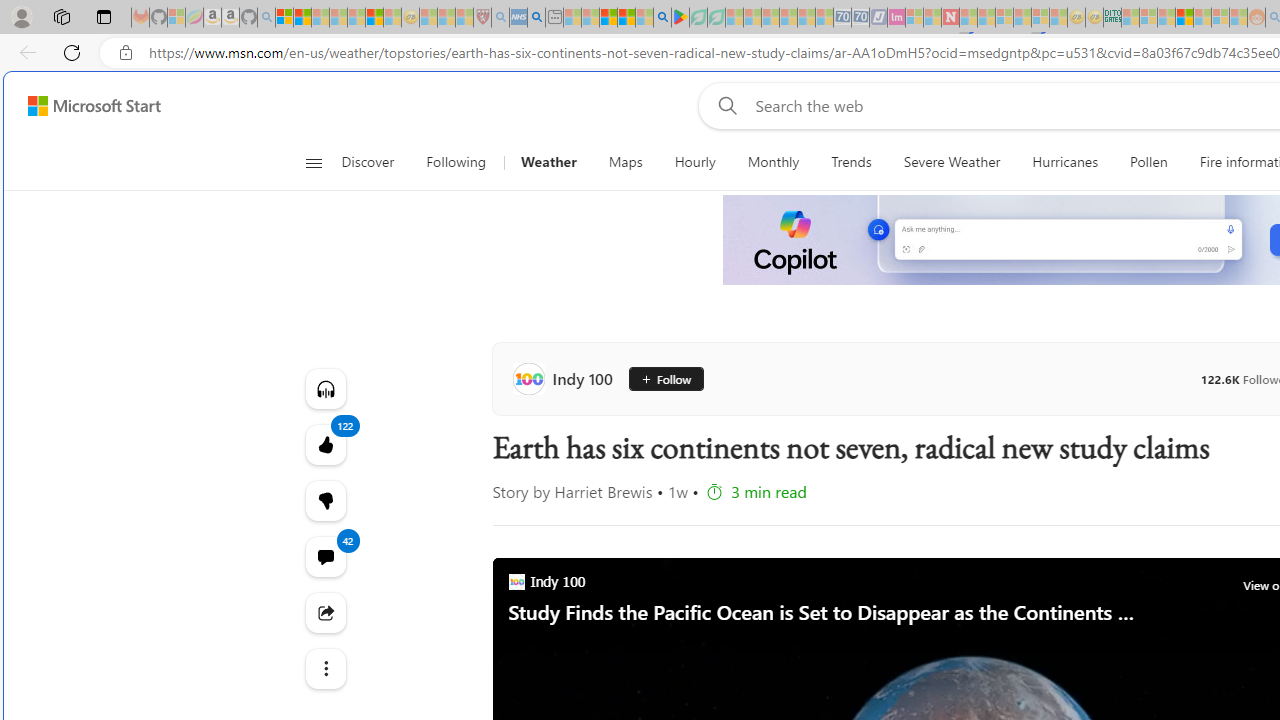 Image resolution: width=1280 pixels, height=720 pixels. I want to click on 'Severe Weather', so click(951, 162).